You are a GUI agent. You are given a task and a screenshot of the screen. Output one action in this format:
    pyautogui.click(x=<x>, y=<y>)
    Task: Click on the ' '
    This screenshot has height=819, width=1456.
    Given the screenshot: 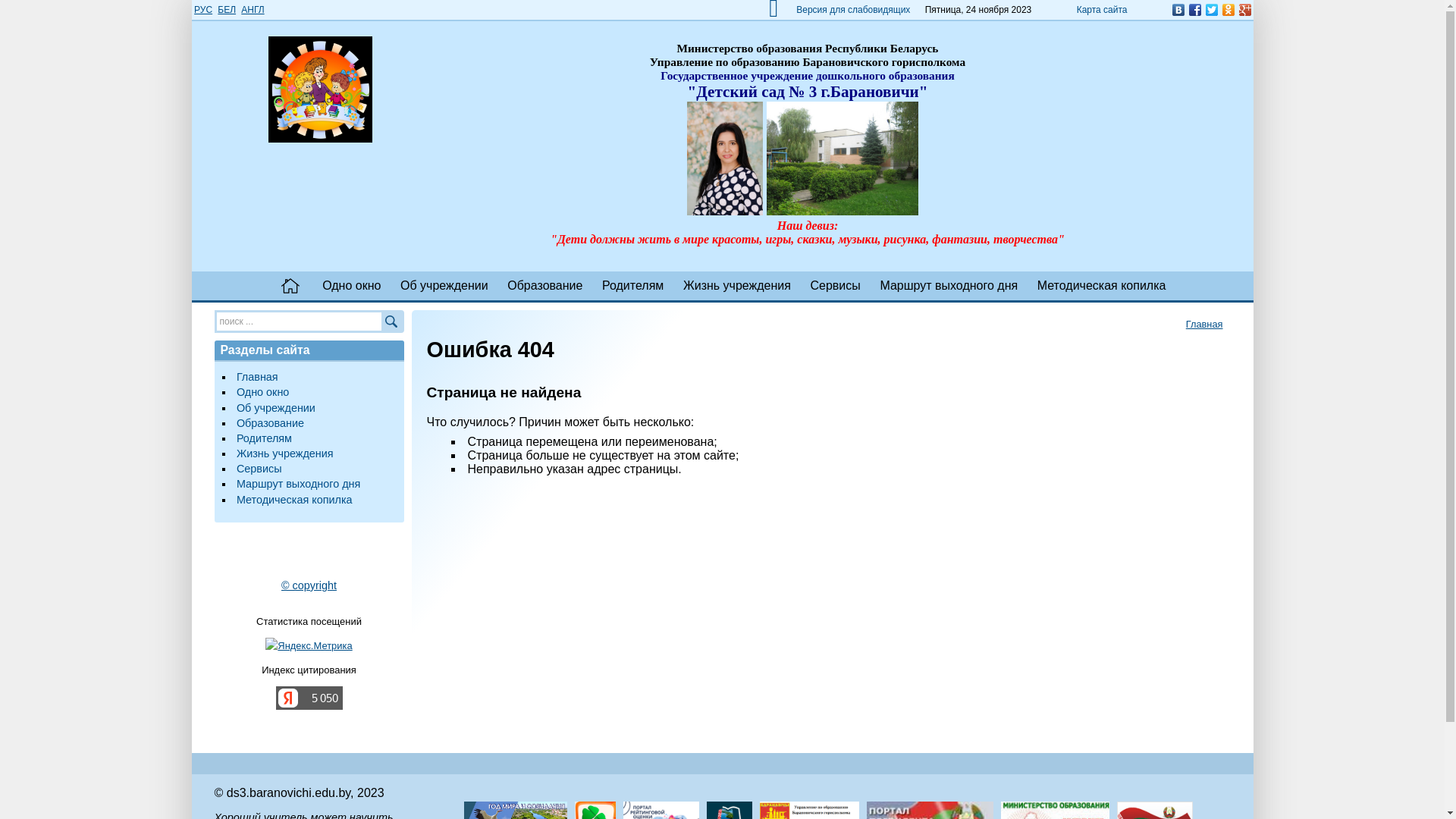 What is the action you would take?
    pyautogui.click(x=291, y=286)
    